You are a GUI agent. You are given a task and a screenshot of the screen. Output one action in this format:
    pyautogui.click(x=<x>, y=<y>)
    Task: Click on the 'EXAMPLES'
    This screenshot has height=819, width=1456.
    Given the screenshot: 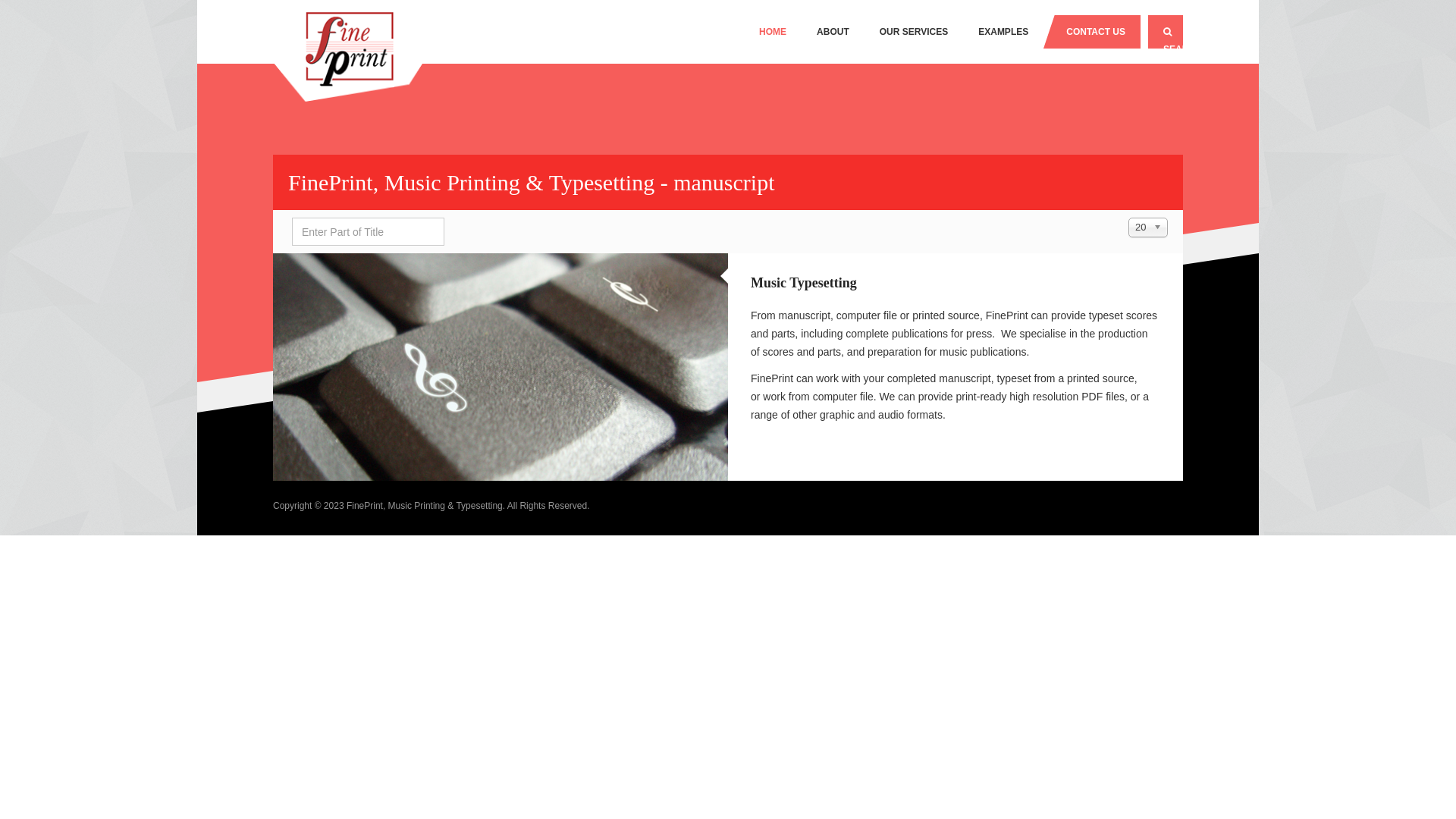 What is the action you would take?
    pyautogui.click(x=1003, y=32)
    